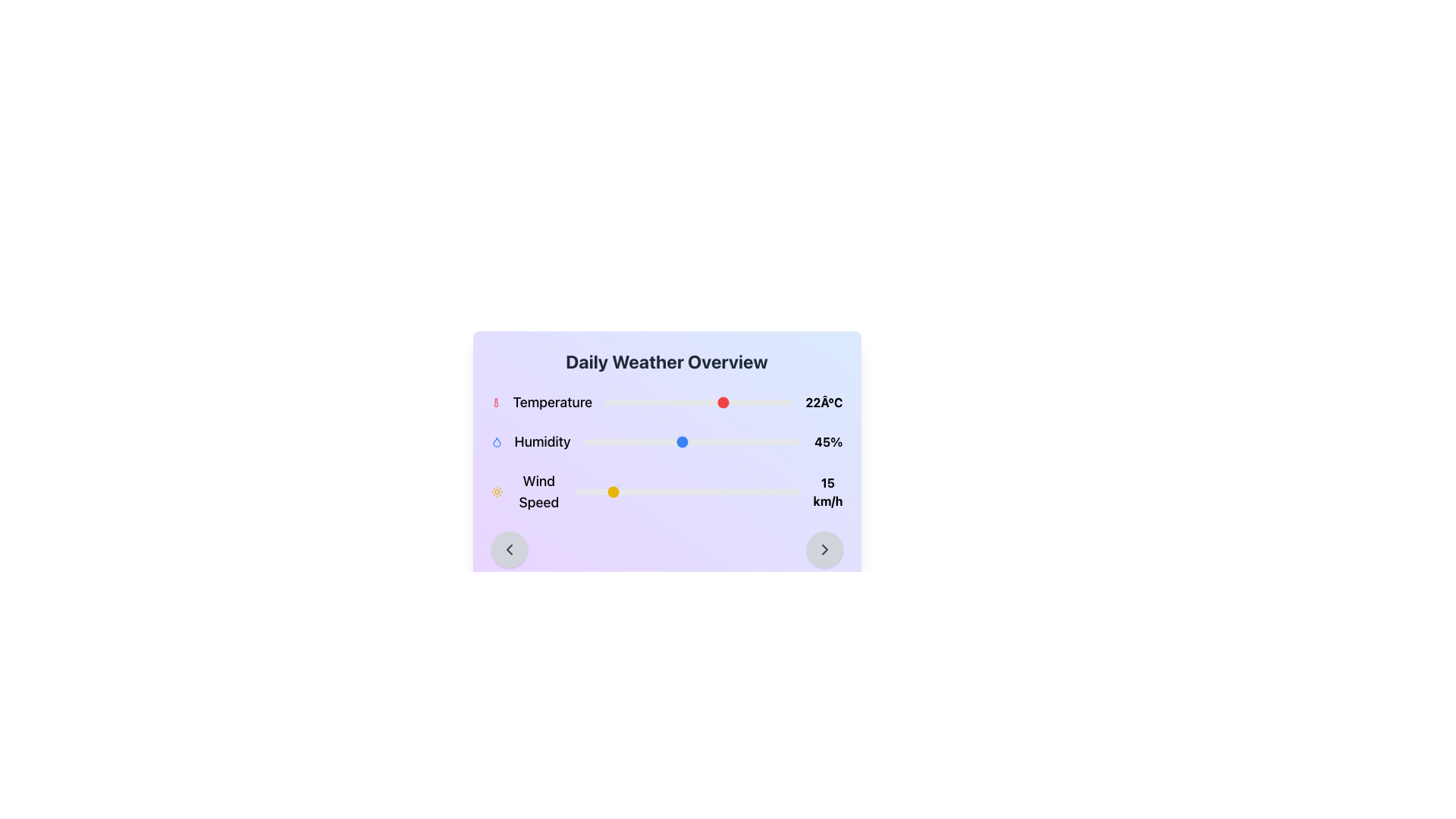 The image size is (1456, 819). I want to click on humidity, so click(646, 441).